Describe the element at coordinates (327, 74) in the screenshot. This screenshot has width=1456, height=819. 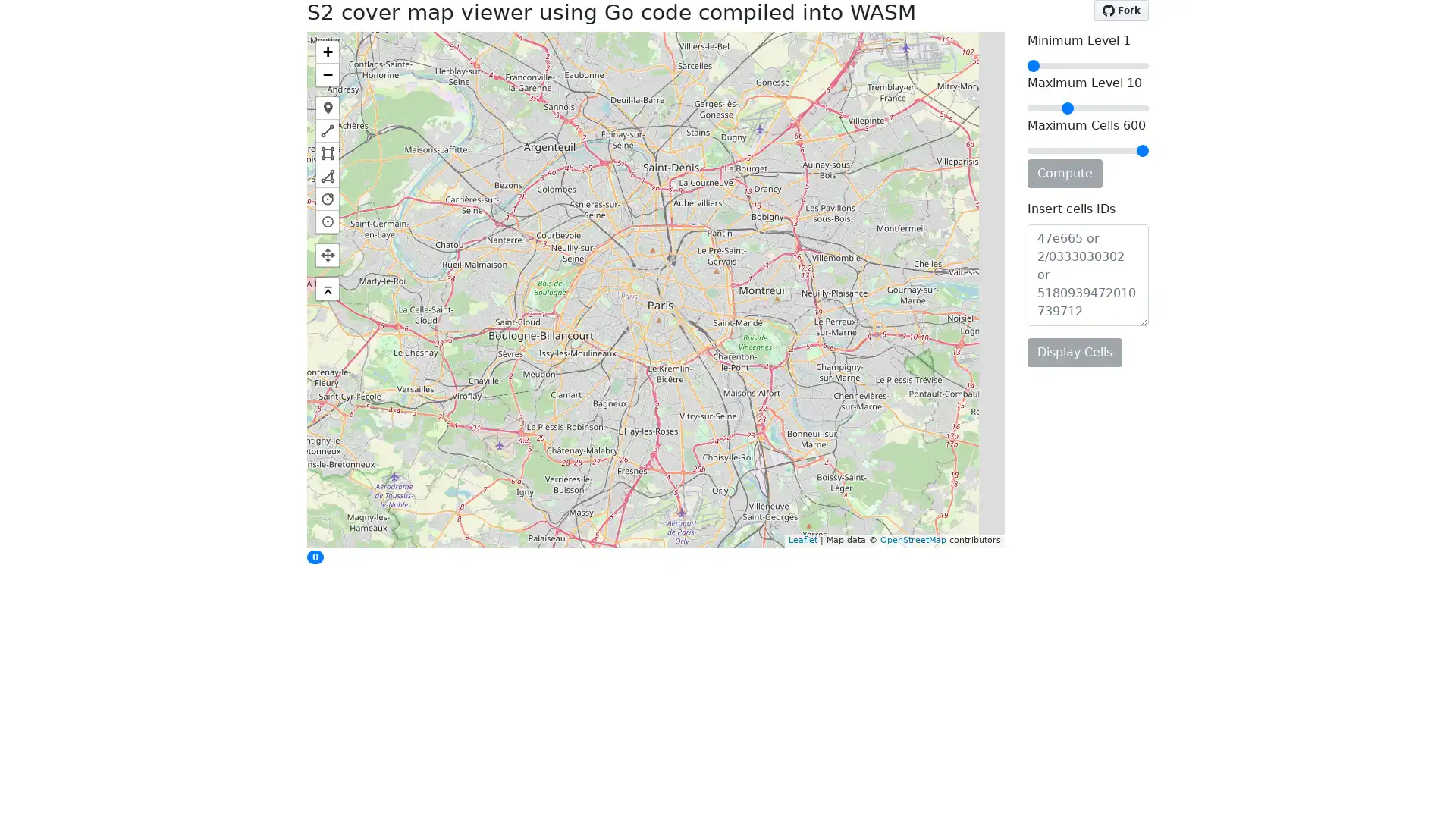
I see `Zoom out` at that location.